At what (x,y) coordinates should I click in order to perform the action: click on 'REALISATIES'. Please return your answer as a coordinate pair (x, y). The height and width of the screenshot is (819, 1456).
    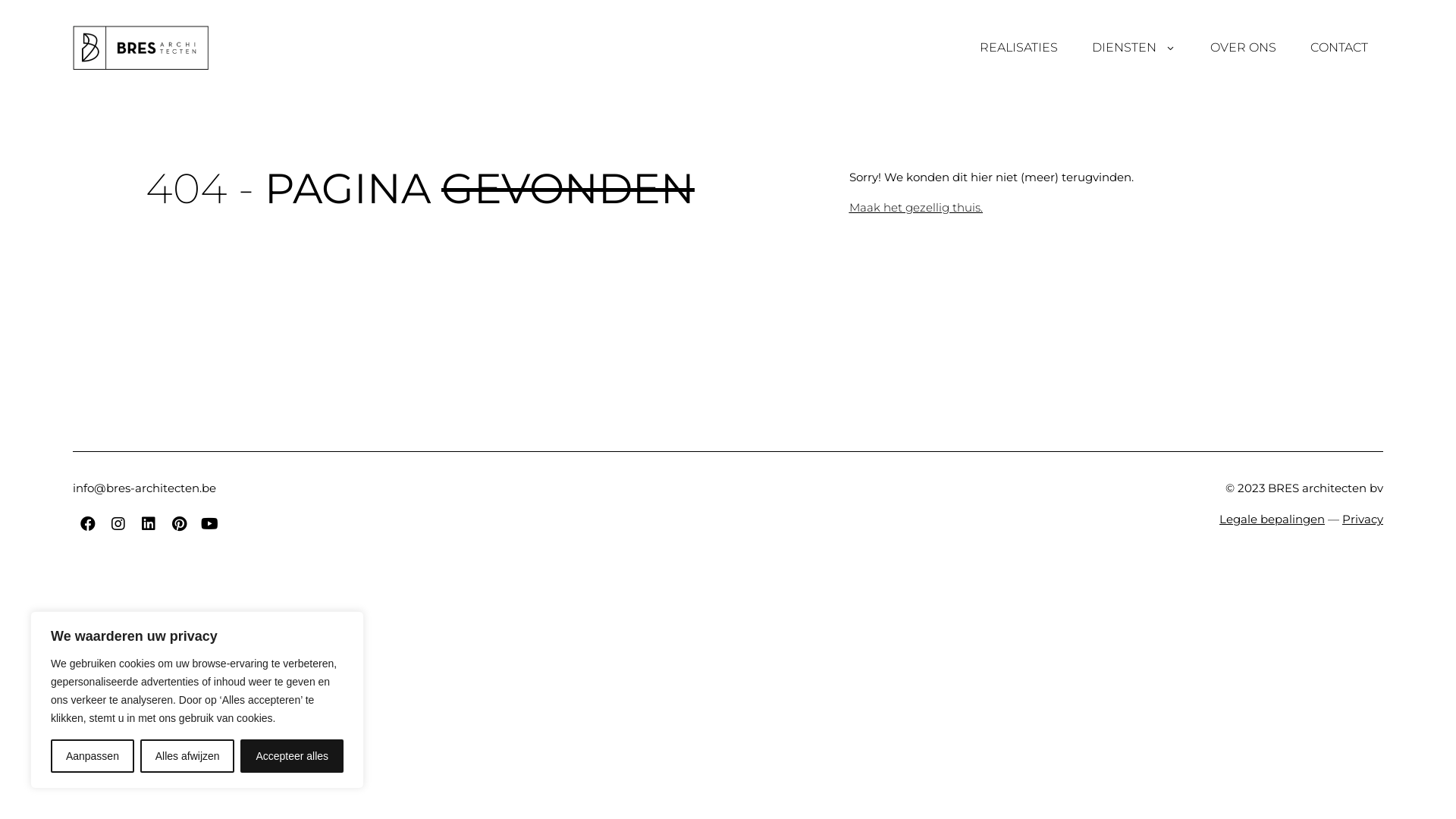
    Looking at the image, I should click on (1018, 46).